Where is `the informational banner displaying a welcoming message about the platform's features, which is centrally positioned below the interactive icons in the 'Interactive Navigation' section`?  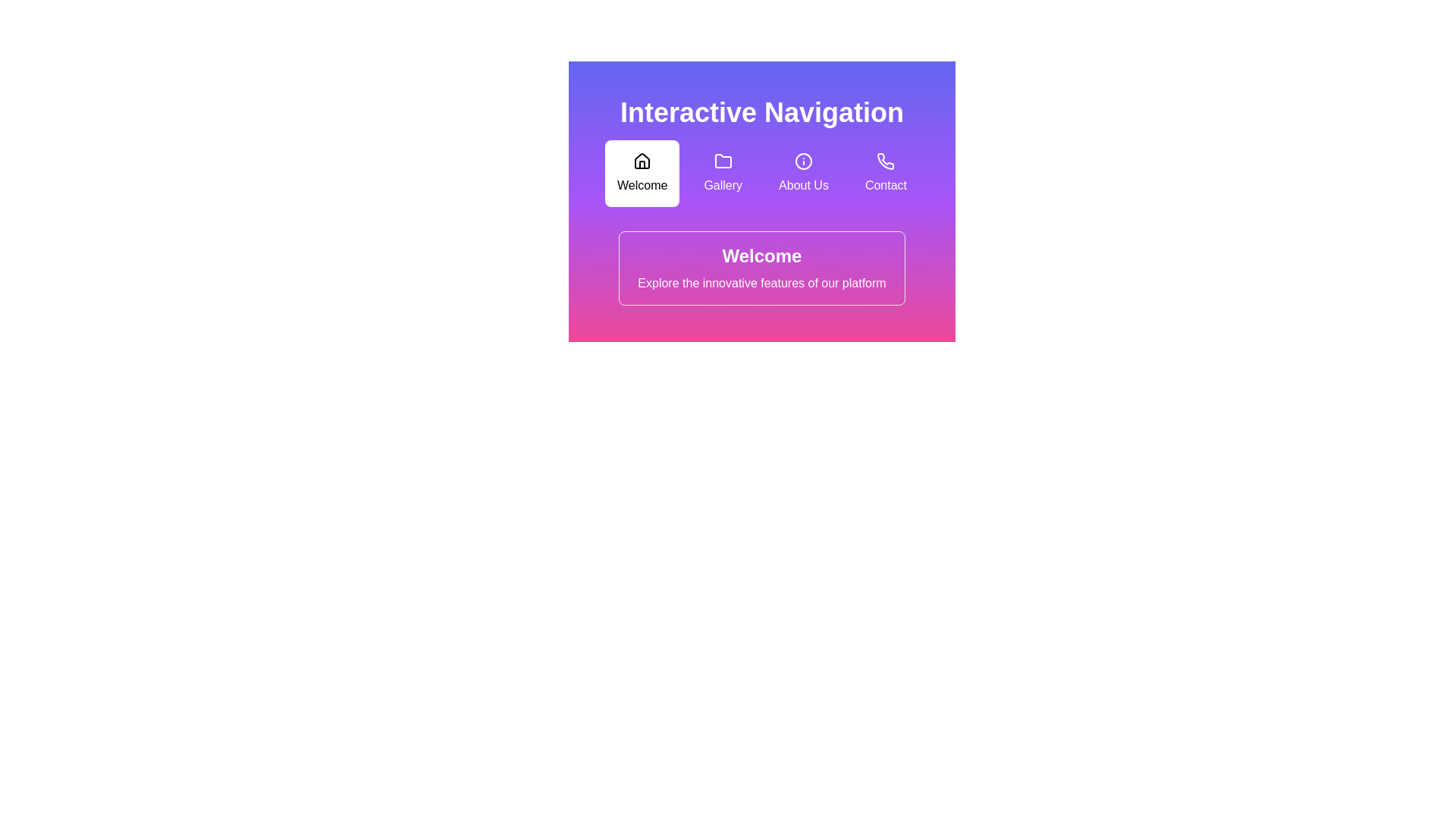 the informational banner displaying a welcoming message about the platform's features, which is centrally positioned below the interactive icons in the 'Interactive Navigation' section is located at coordinates (761, 268).